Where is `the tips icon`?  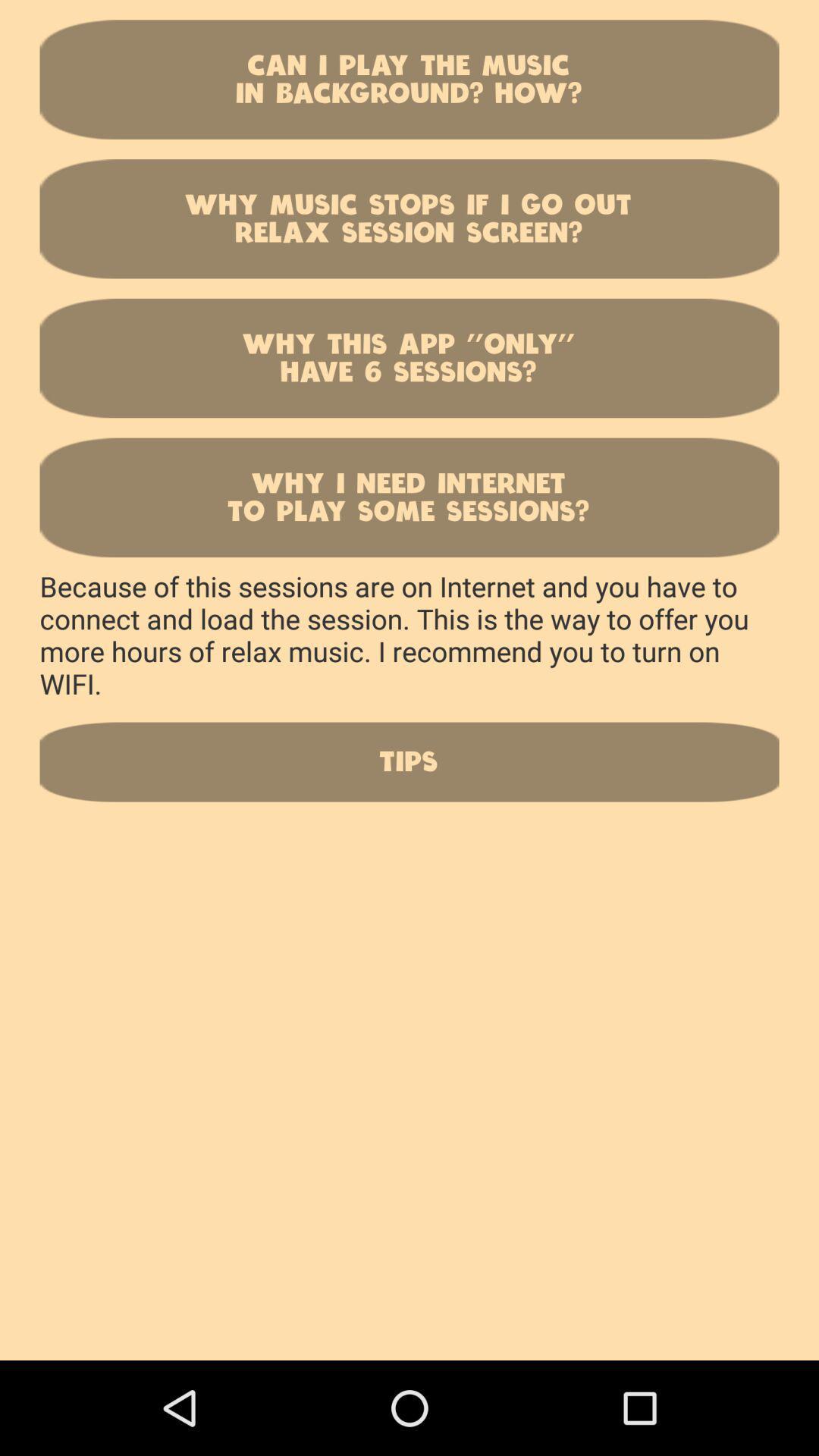
the tips icon is located at coordinates (409, 761).